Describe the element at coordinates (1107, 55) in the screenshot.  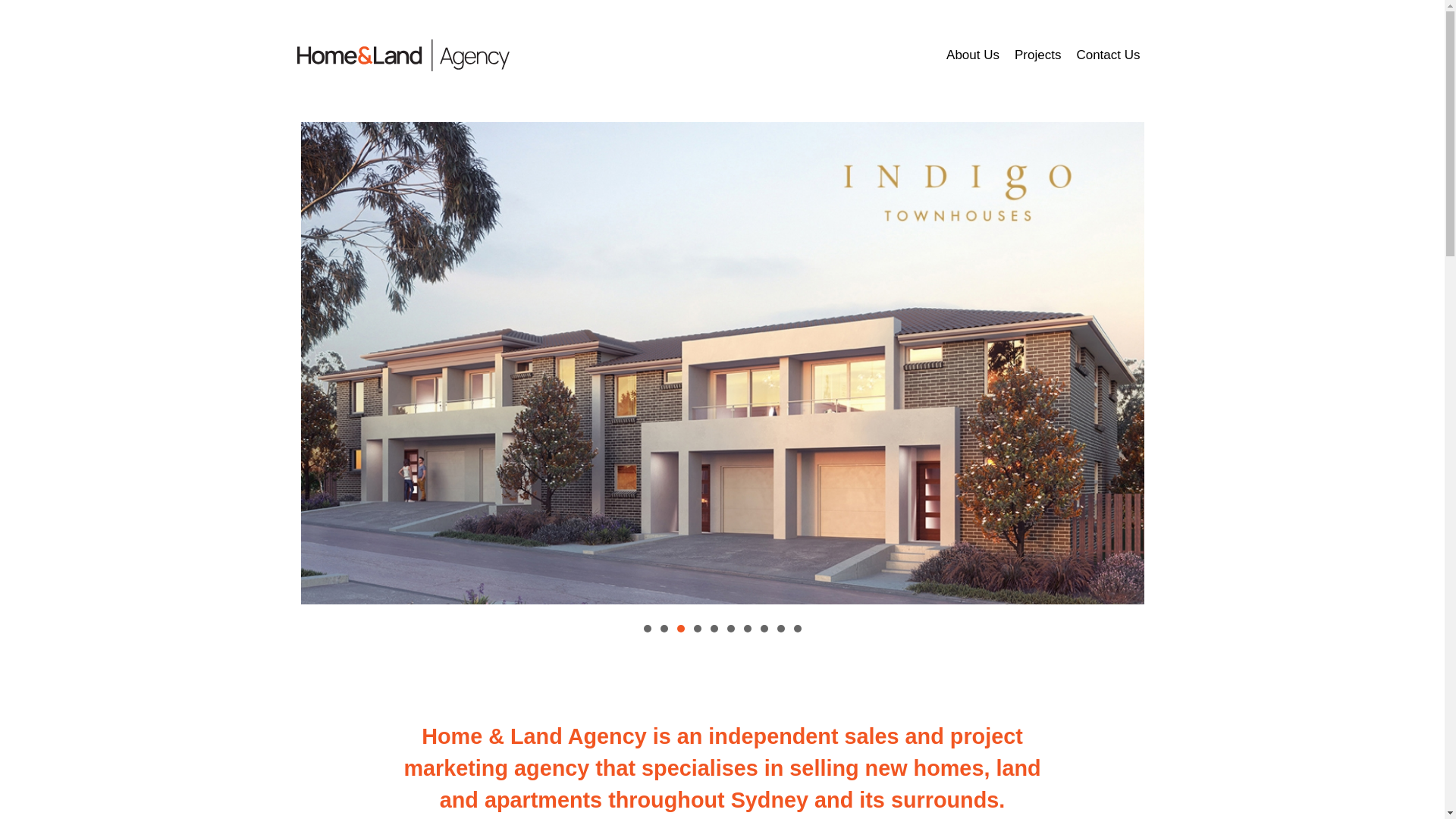
I see `'Contact Us'` at that location.